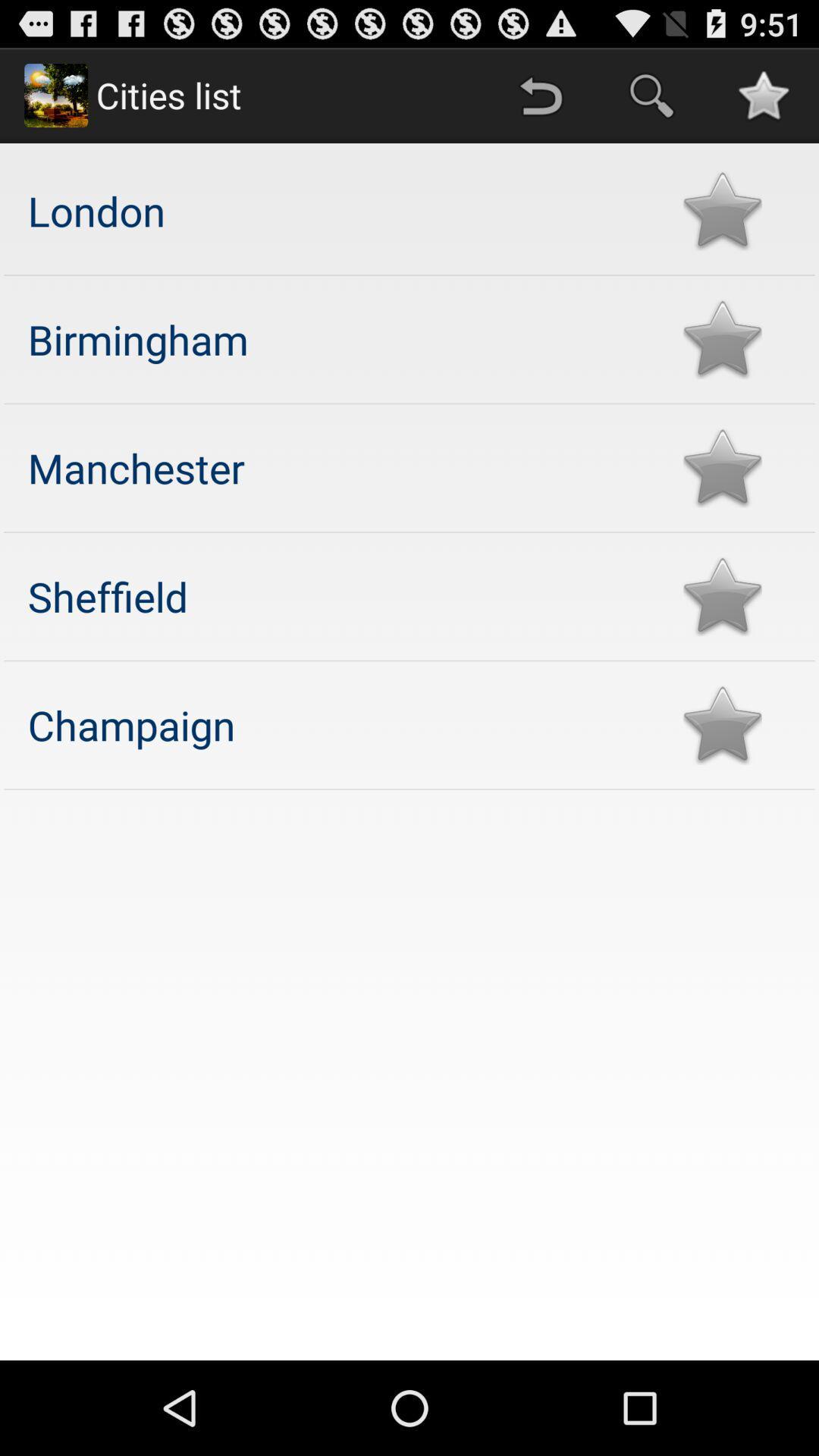 The image size is (819, 1456). I want to click on rating/like, so click(721, 210).